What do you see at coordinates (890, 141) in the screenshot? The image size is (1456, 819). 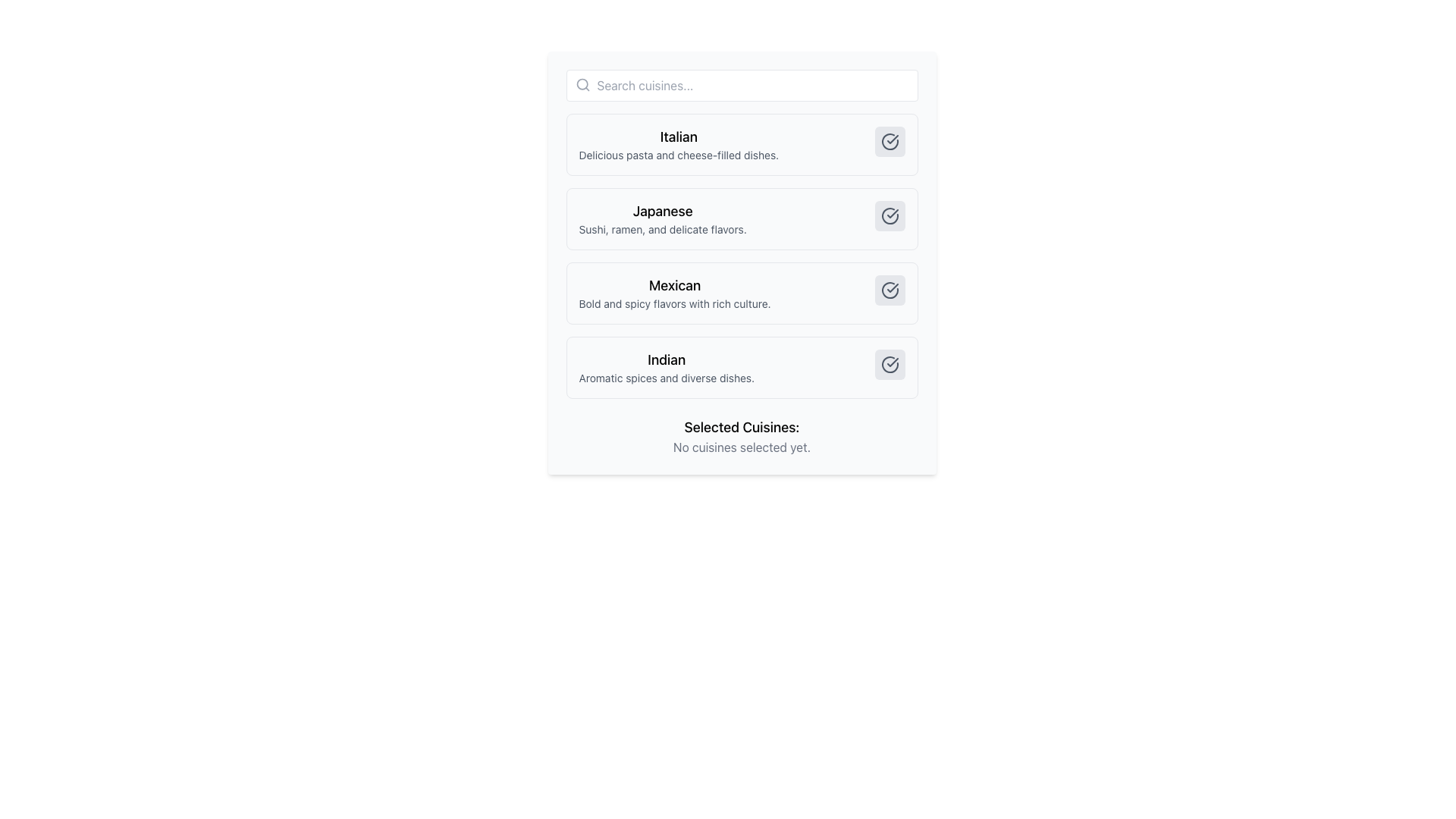 I see `the button` at bounding box center [890, 141].